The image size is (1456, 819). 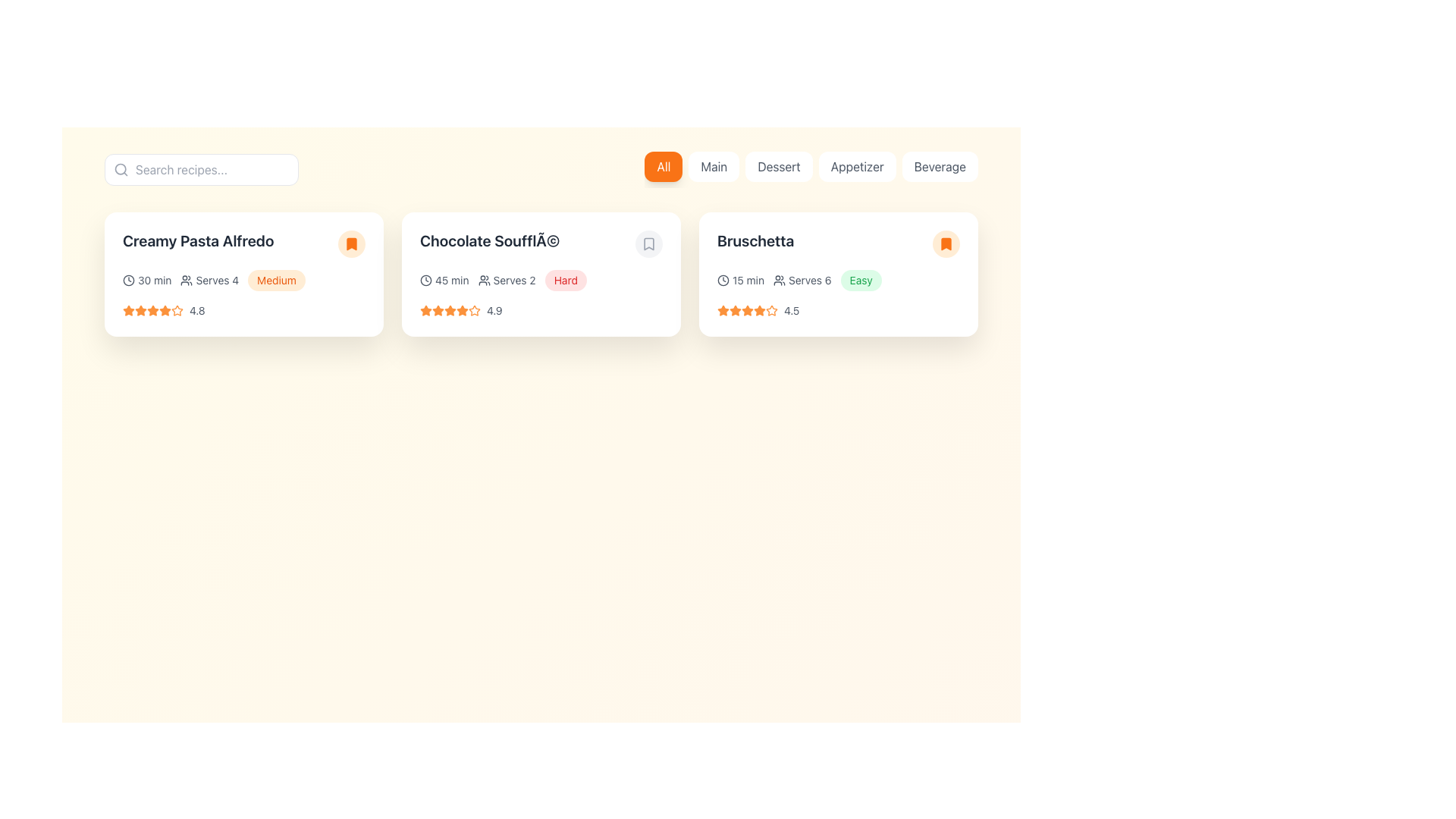 I want to click on the fourth star, so click(x=128, y=309).